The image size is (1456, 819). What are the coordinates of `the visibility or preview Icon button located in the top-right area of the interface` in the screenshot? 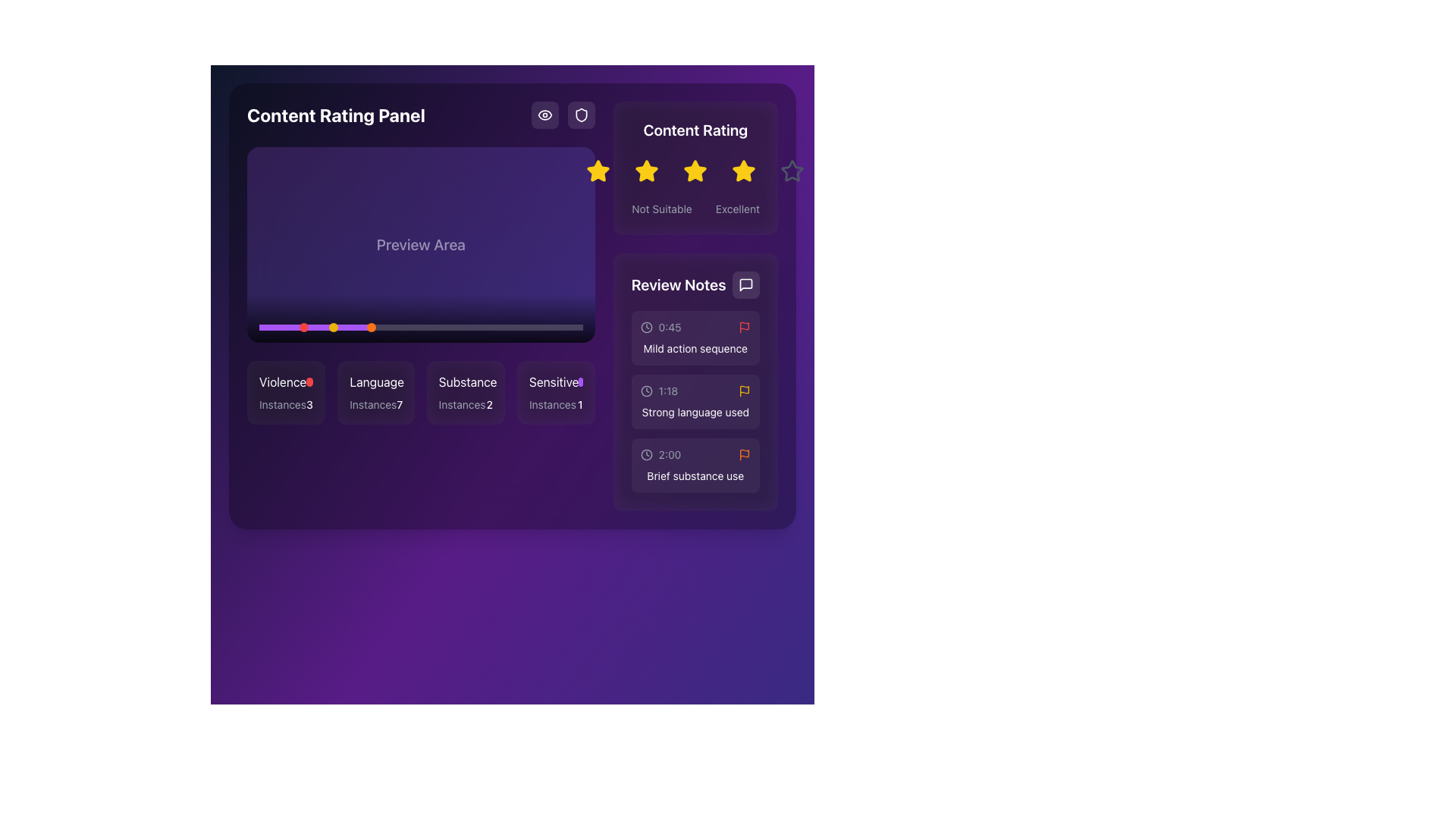 It's located at (544, 114).